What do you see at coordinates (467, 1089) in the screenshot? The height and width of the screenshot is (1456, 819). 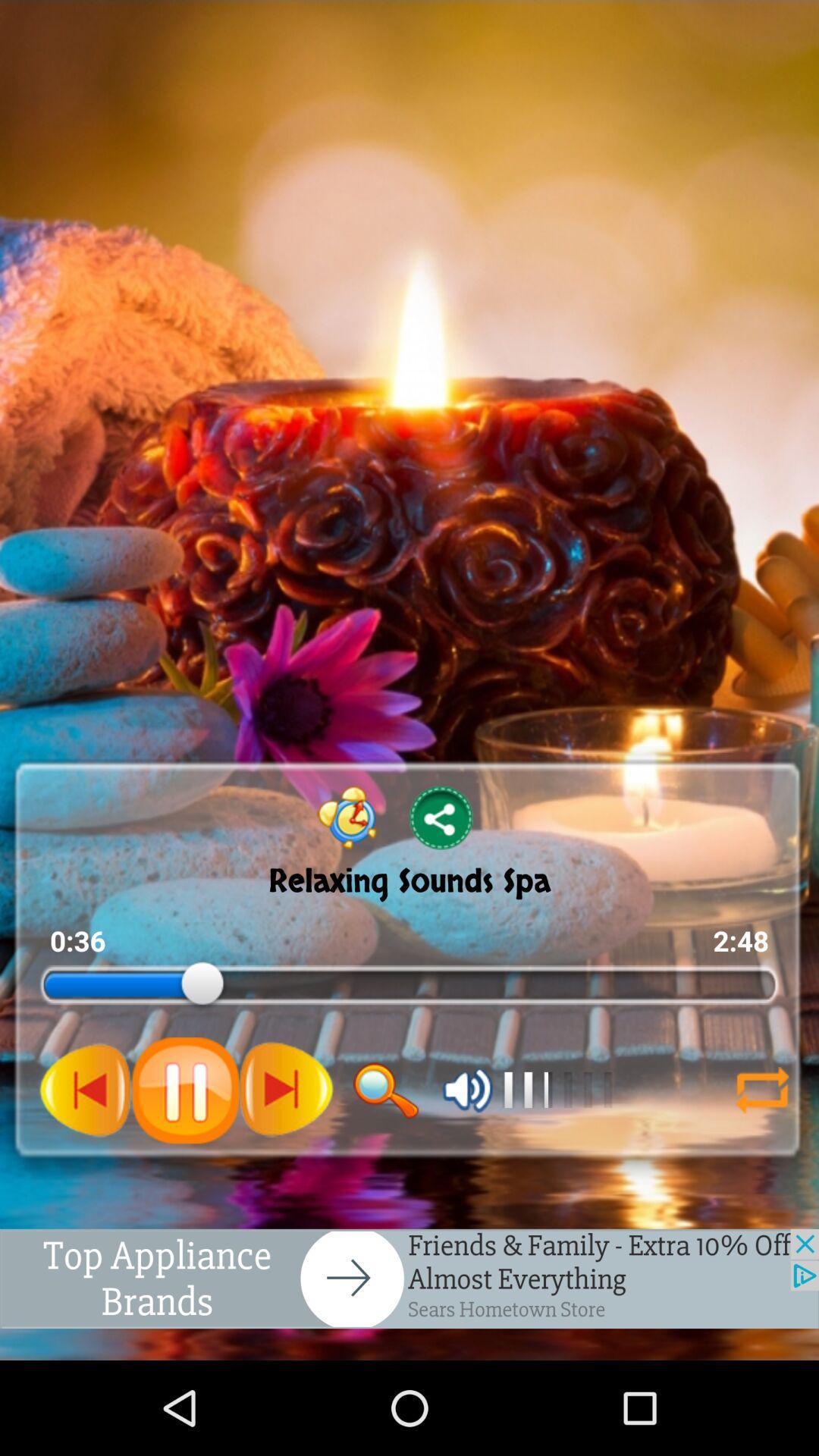 I see `mute volume` at bounding box center [467, 1089].